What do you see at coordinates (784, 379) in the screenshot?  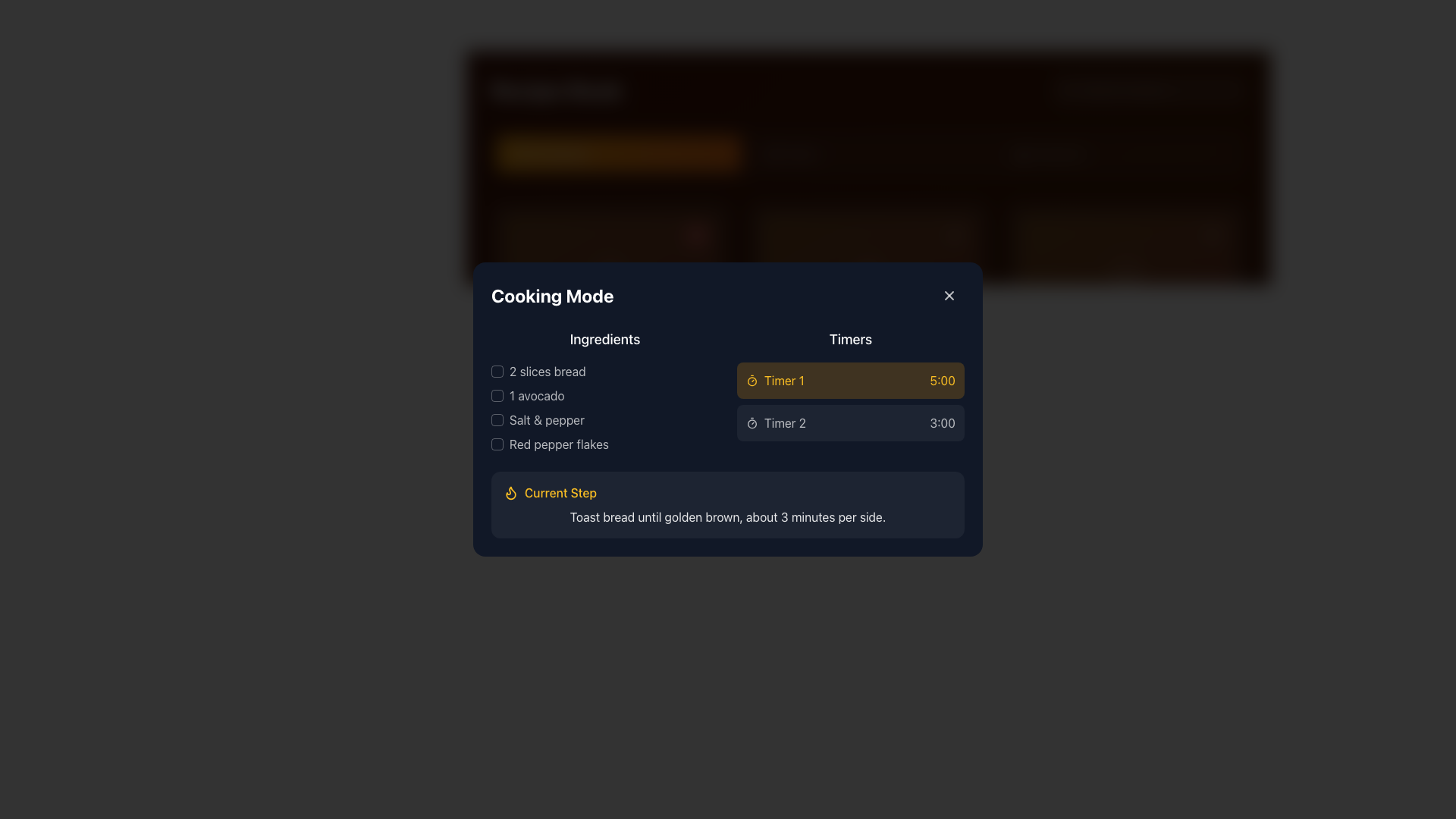 I see `the label element identifying the timer as 'Timer 1', which is centrally aligned in the 'Timers' section next to the clock icon` at bounding box center [784, 379].